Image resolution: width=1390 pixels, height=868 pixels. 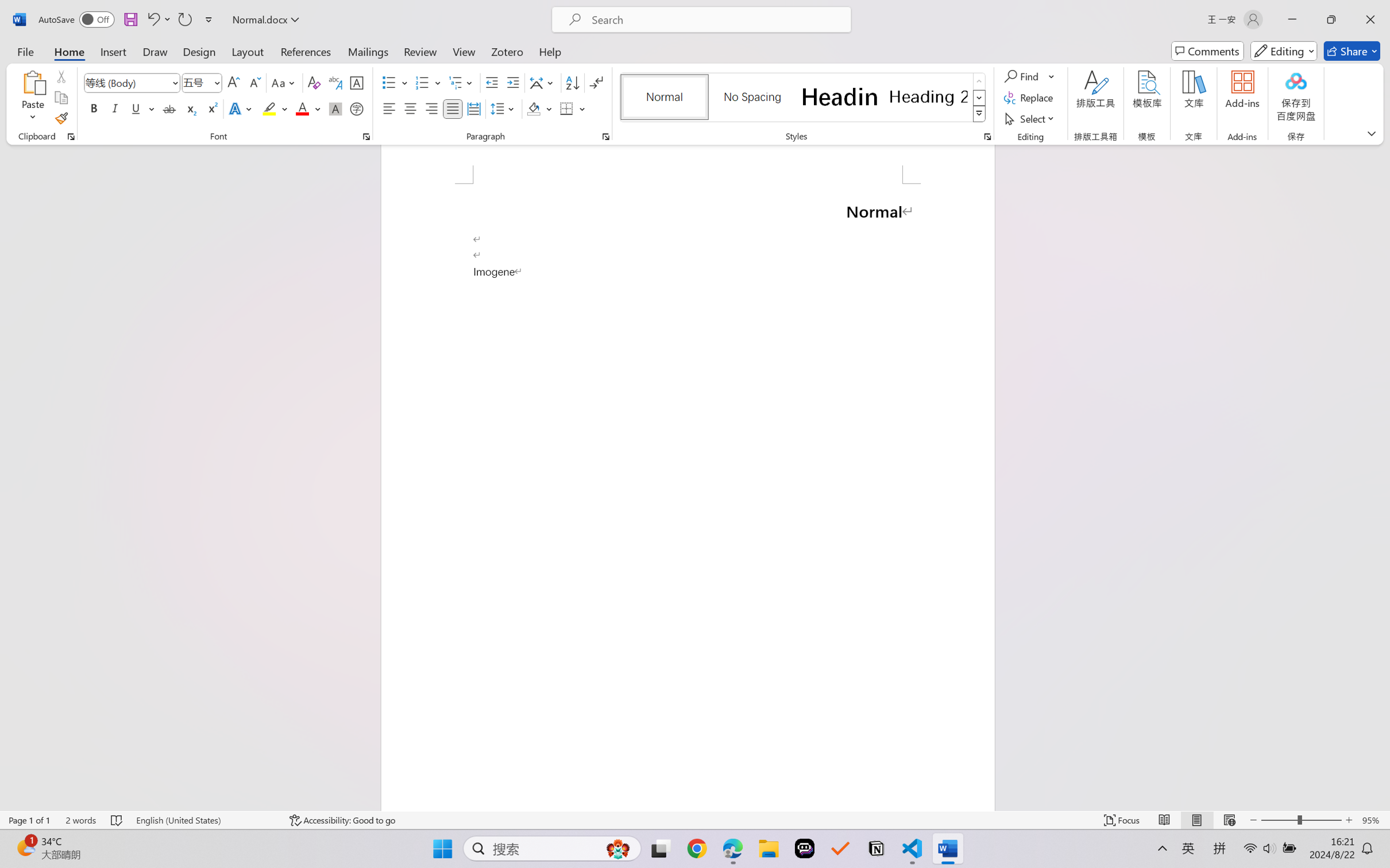 What do you see at coordinates (716, 19) in the screenshot?
I see `'Microsoft search'` at bounding box center [716, 19].